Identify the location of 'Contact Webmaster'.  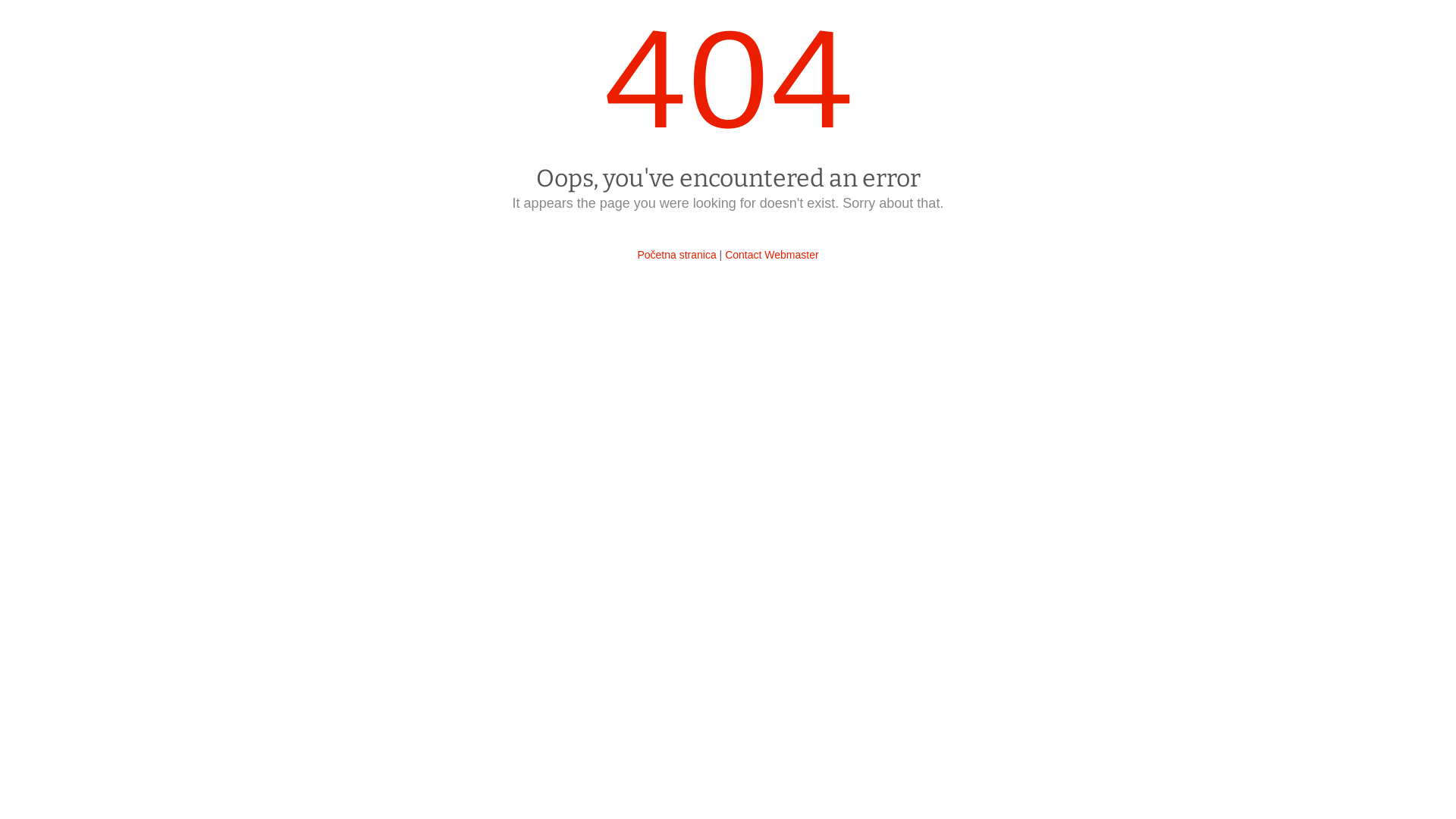
(771, 253).